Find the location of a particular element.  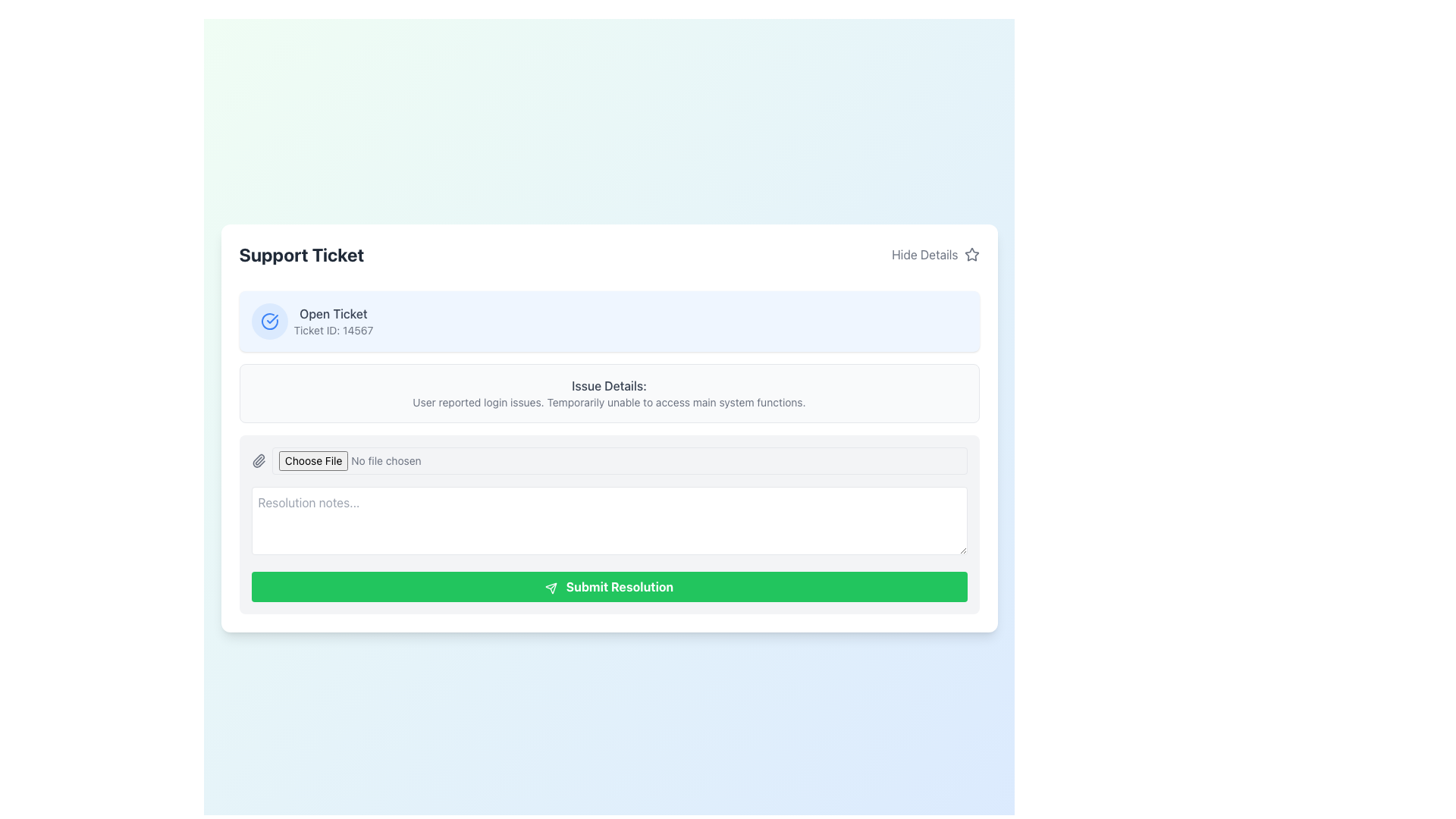

the 'Hide Details' interactive link with a star icon located at the top right corner of the 'Support Ticket' section header to hide the details is located at coordinates (934, 253).